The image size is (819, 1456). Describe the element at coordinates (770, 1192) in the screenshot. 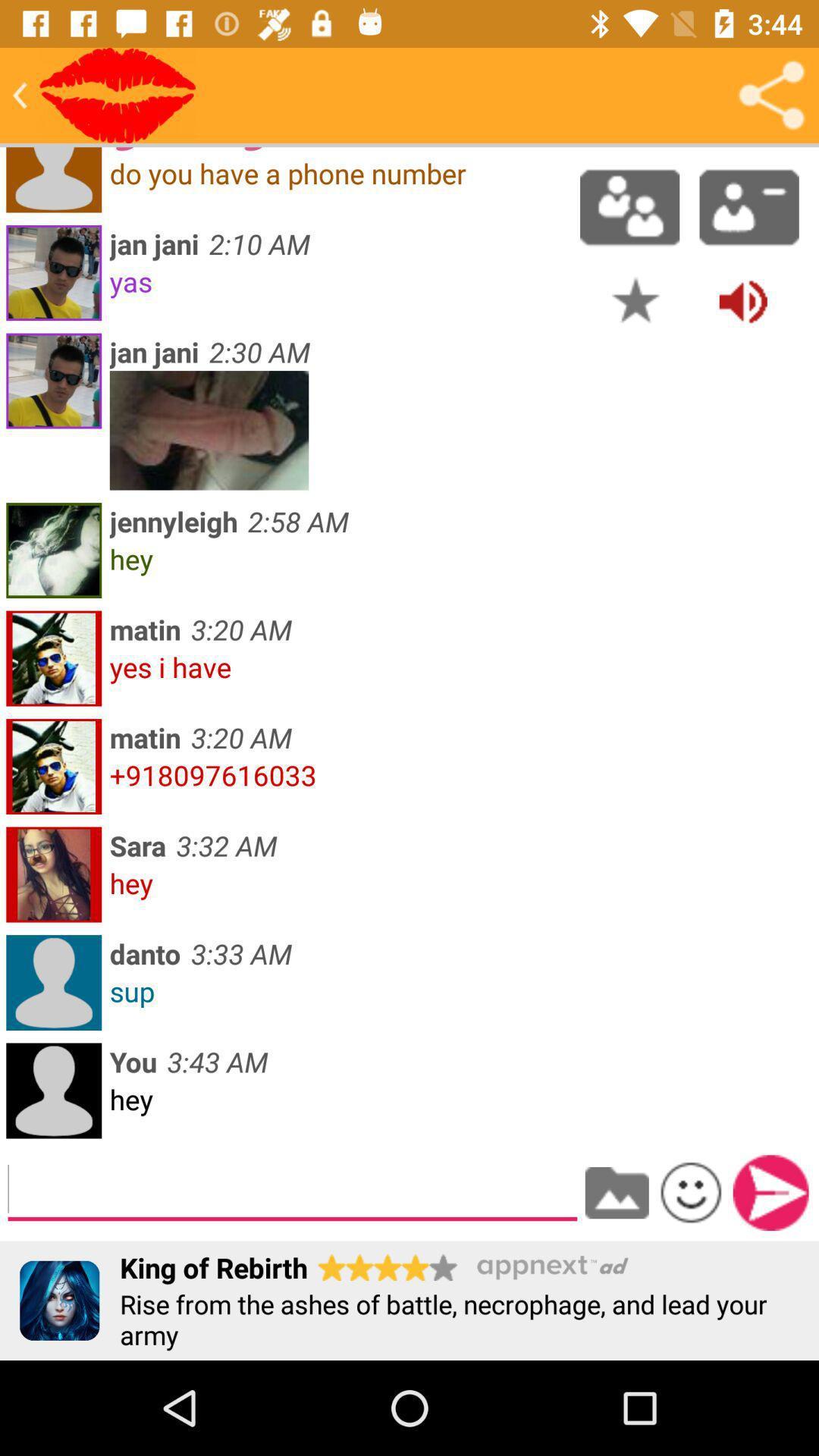

I see `send message` at that location.